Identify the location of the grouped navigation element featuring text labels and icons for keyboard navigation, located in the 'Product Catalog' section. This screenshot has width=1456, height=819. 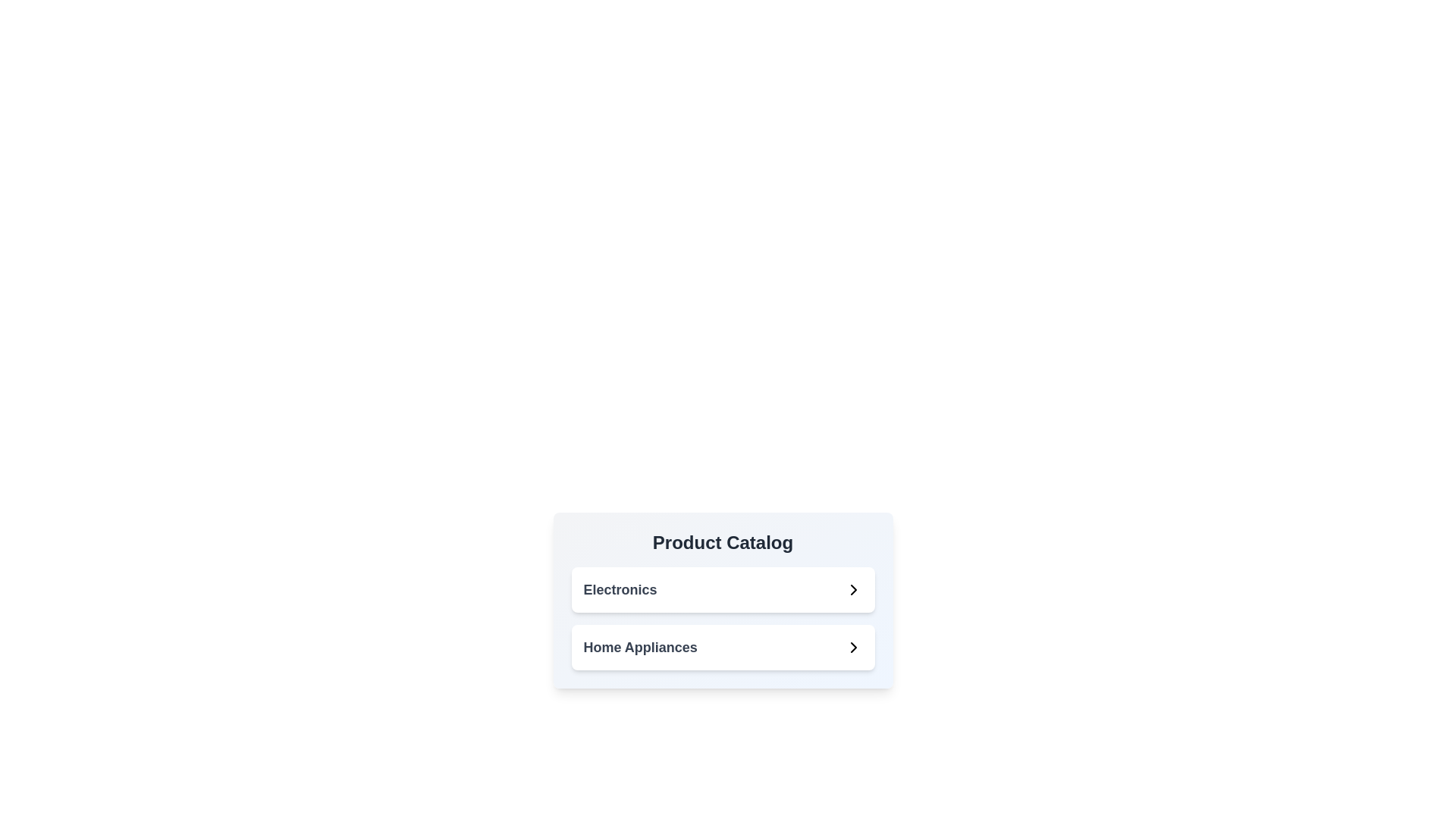
(722, 619).